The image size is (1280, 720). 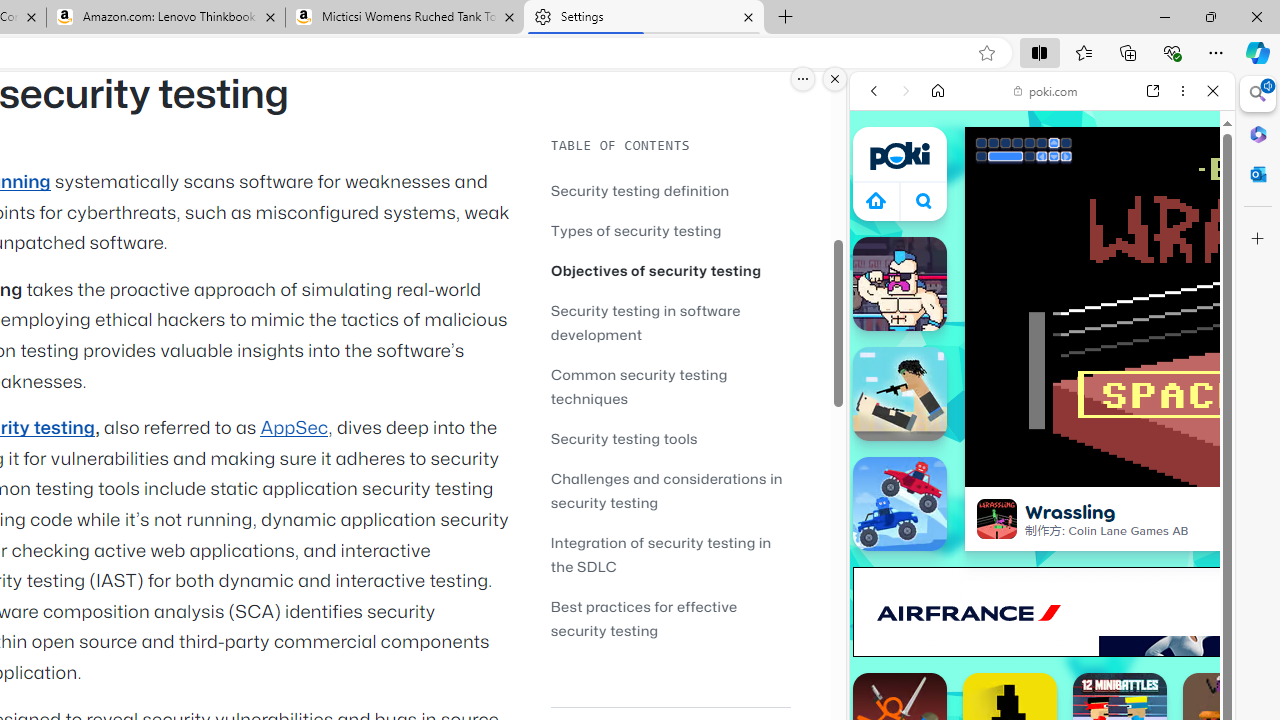 I want to click on 'Types of security testing', so click(x=635, y=229).